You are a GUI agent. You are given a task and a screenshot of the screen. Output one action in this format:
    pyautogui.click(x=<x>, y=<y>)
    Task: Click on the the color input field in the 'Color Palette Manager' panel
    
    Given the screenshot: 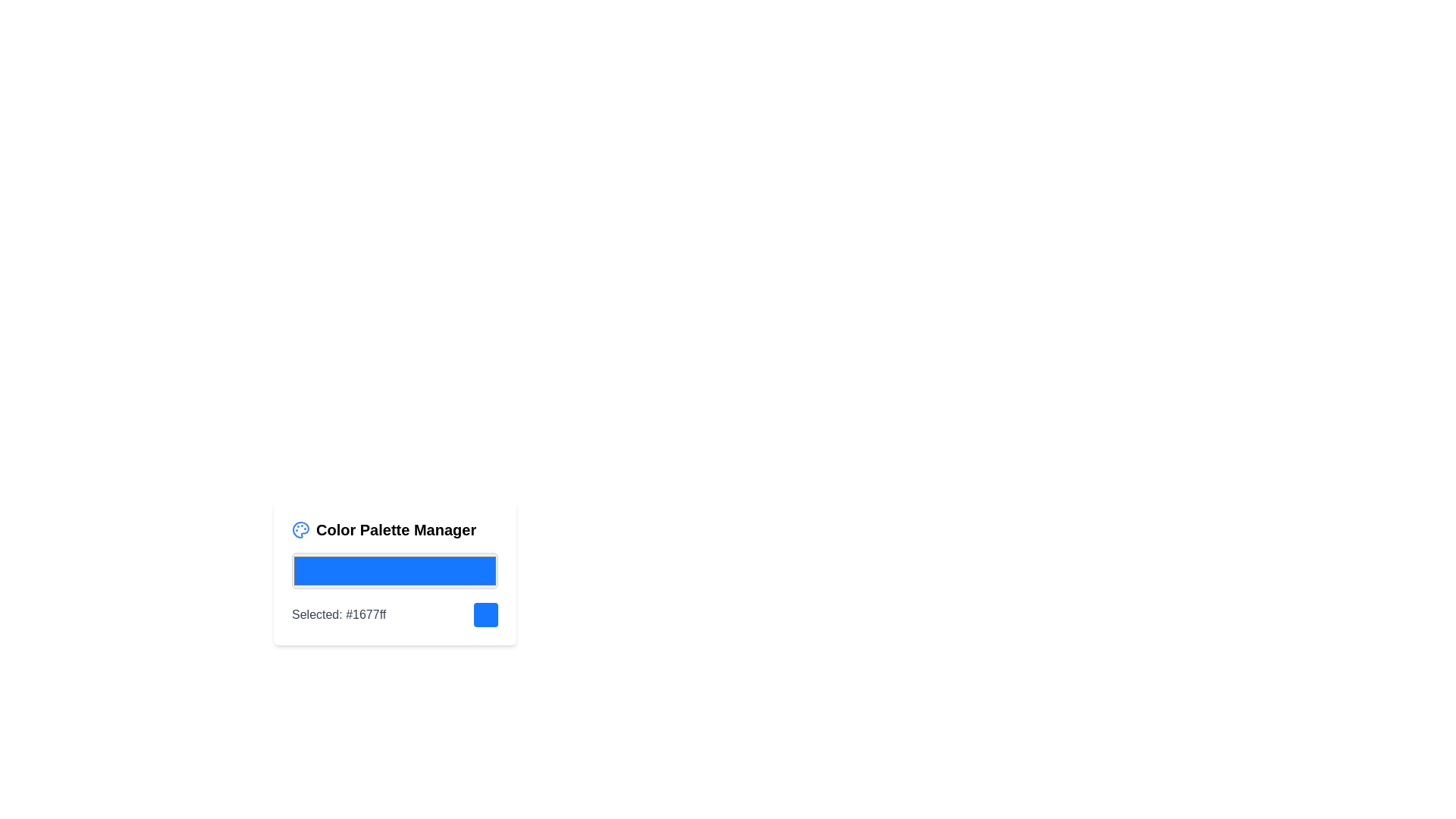 What is the action you would take?
    pyautogui.click(x=395, y=570)
    